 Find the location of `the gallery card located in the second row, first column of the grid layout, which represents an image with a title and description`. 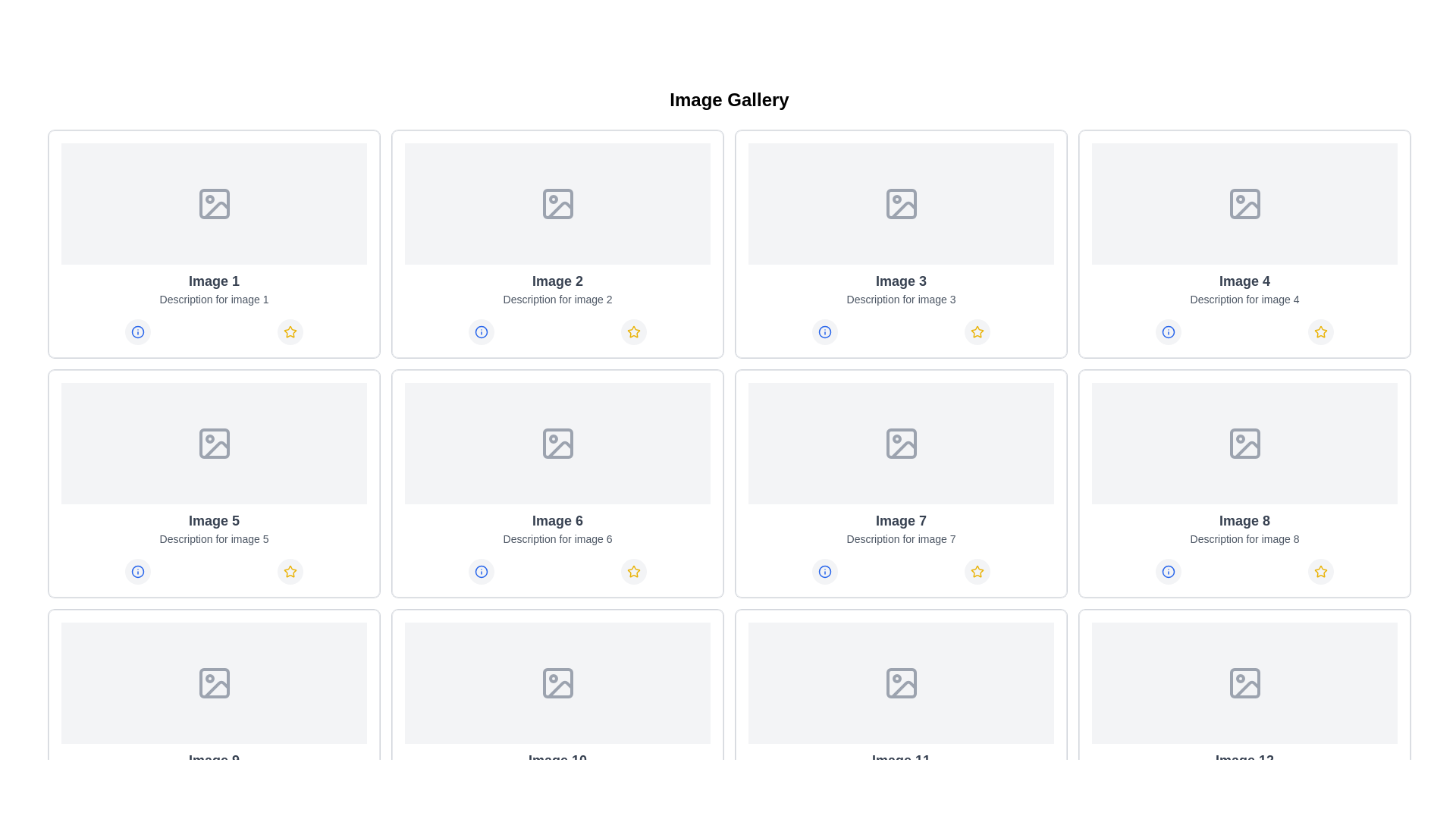

the gallery card located in the second row, first column of the grid layout, which represents an image with a title and description is located at coordinates (213, 483).